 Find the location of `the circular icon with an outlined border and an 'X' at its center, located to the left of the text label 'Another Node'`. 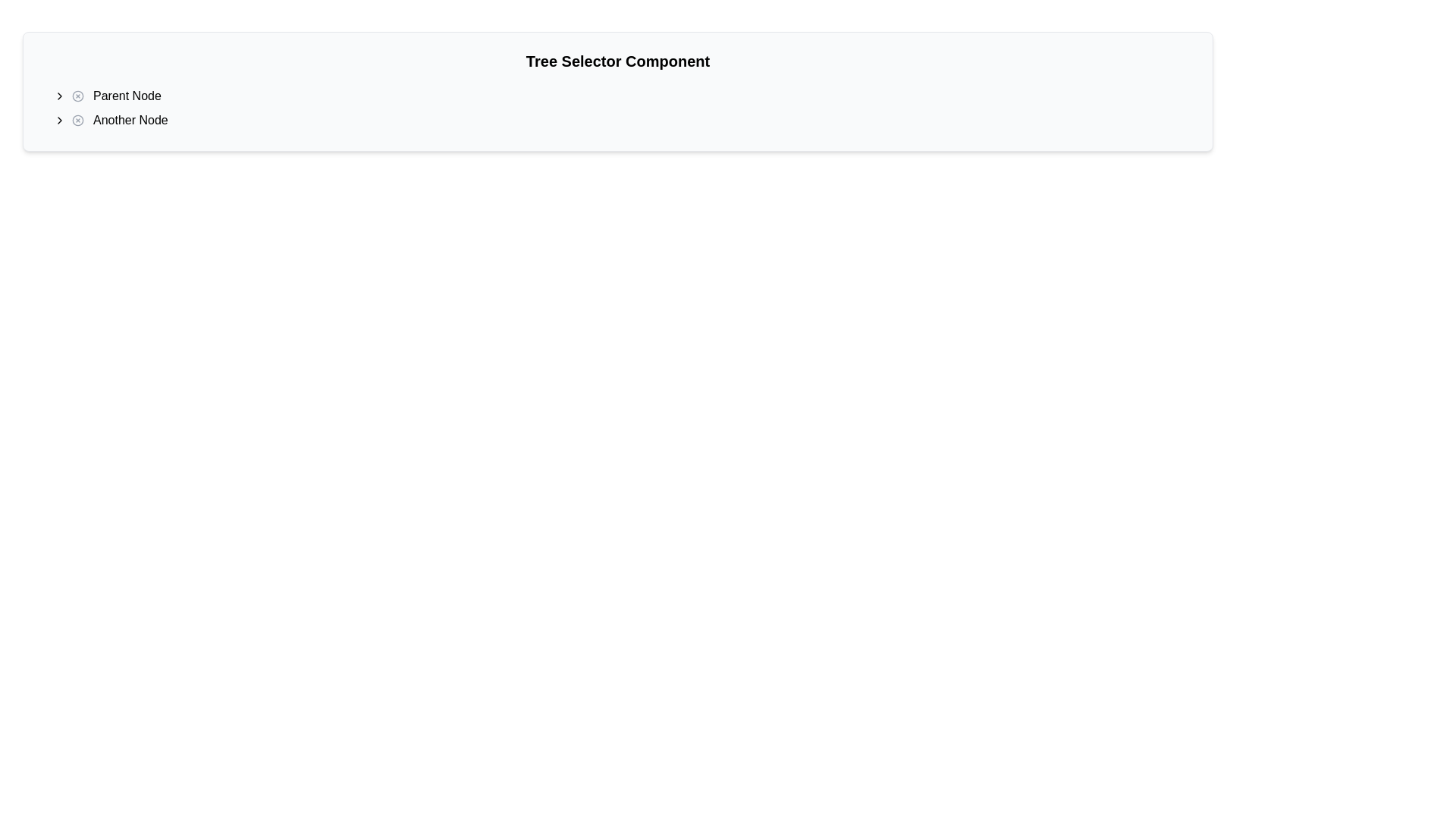

the circular icon with an outlined border and an 'X' at its center, located to the left of the text label 'Another Node' is located at coordinates (77, 119).